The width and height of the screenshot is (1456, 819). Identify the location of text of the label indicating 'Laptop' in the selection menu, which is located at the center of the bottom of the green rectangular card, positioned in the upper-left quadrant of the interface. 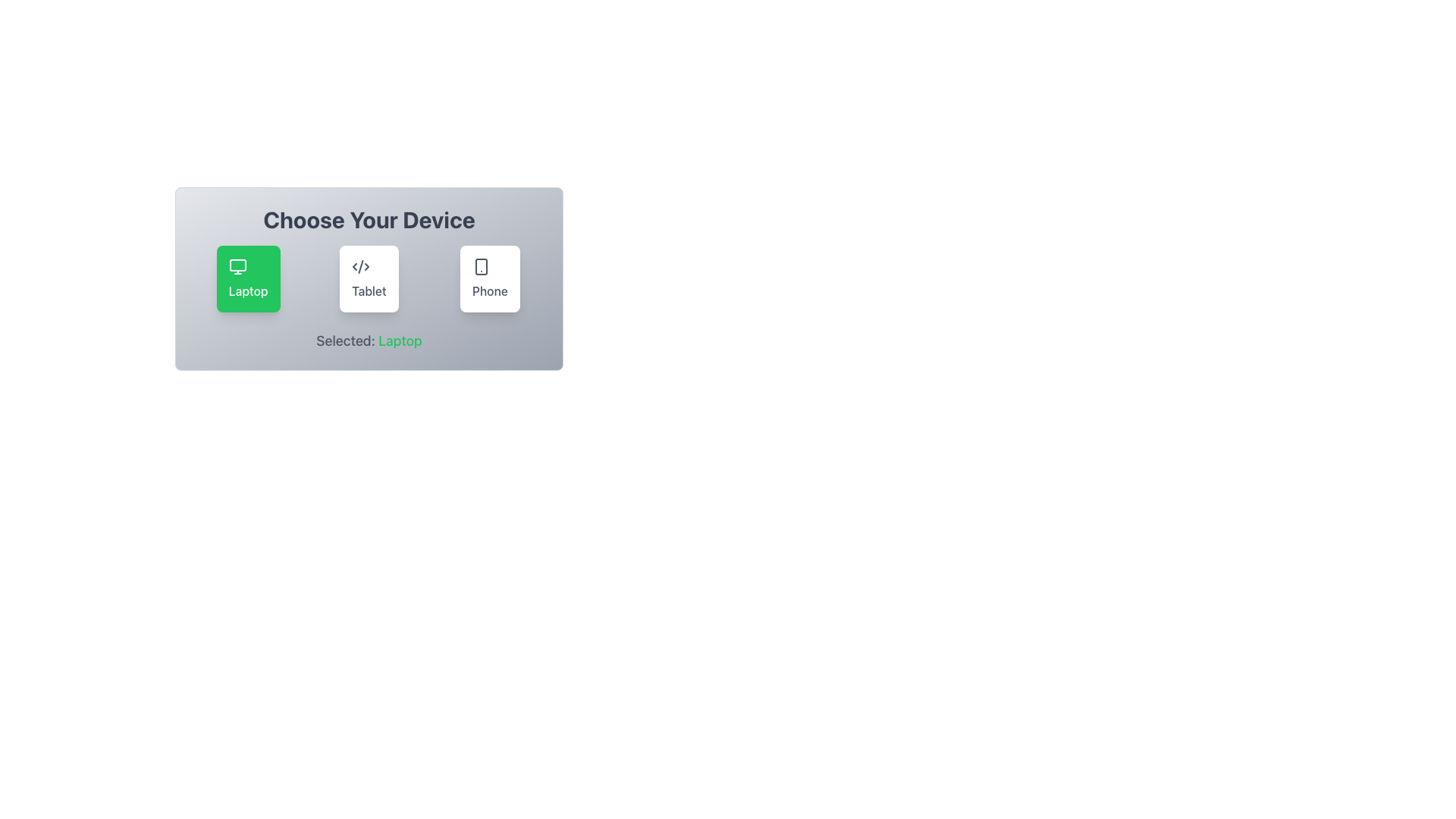
(248, 291).